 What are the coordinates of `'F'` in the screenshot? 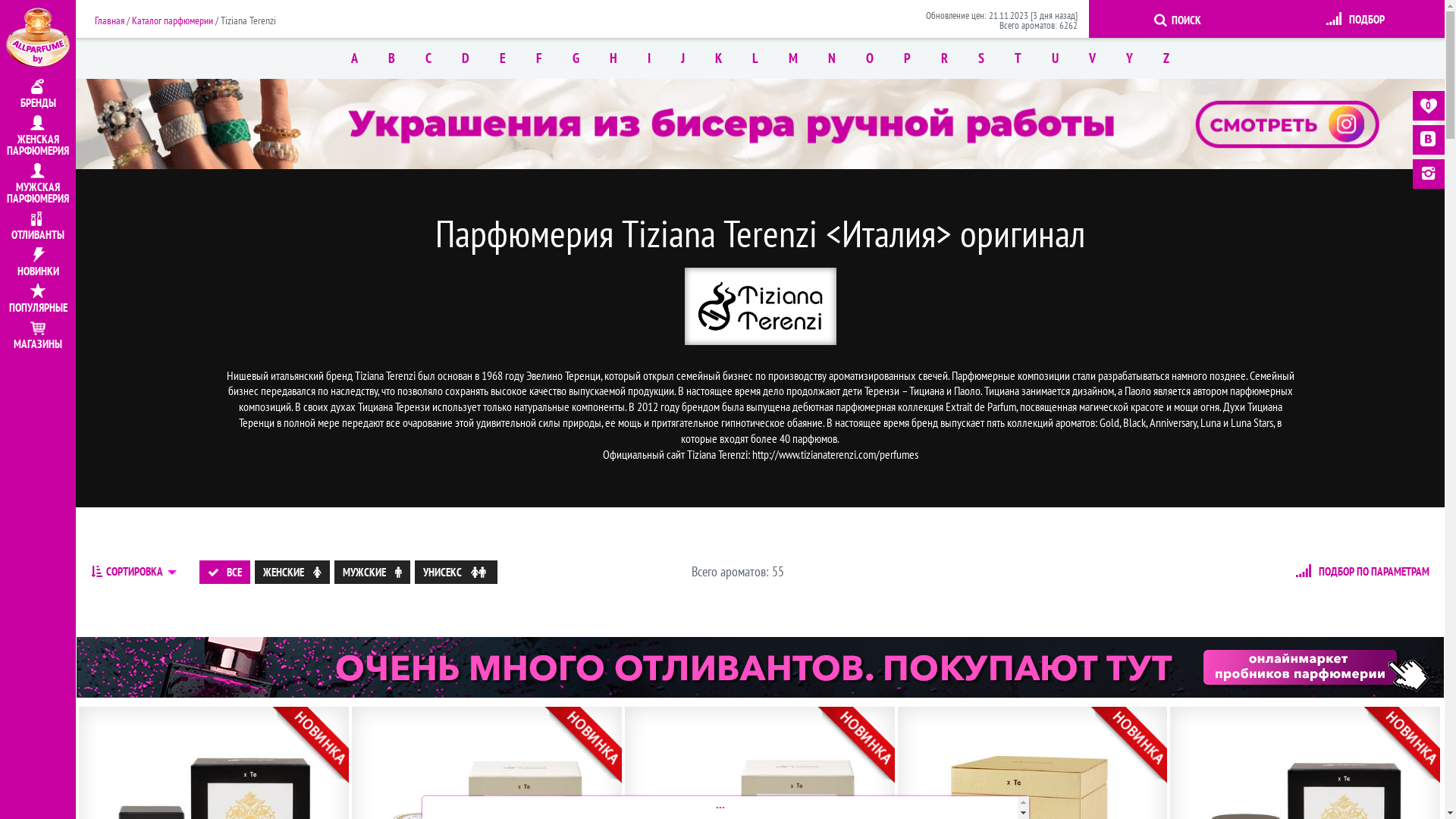 It's located at (538, 58).